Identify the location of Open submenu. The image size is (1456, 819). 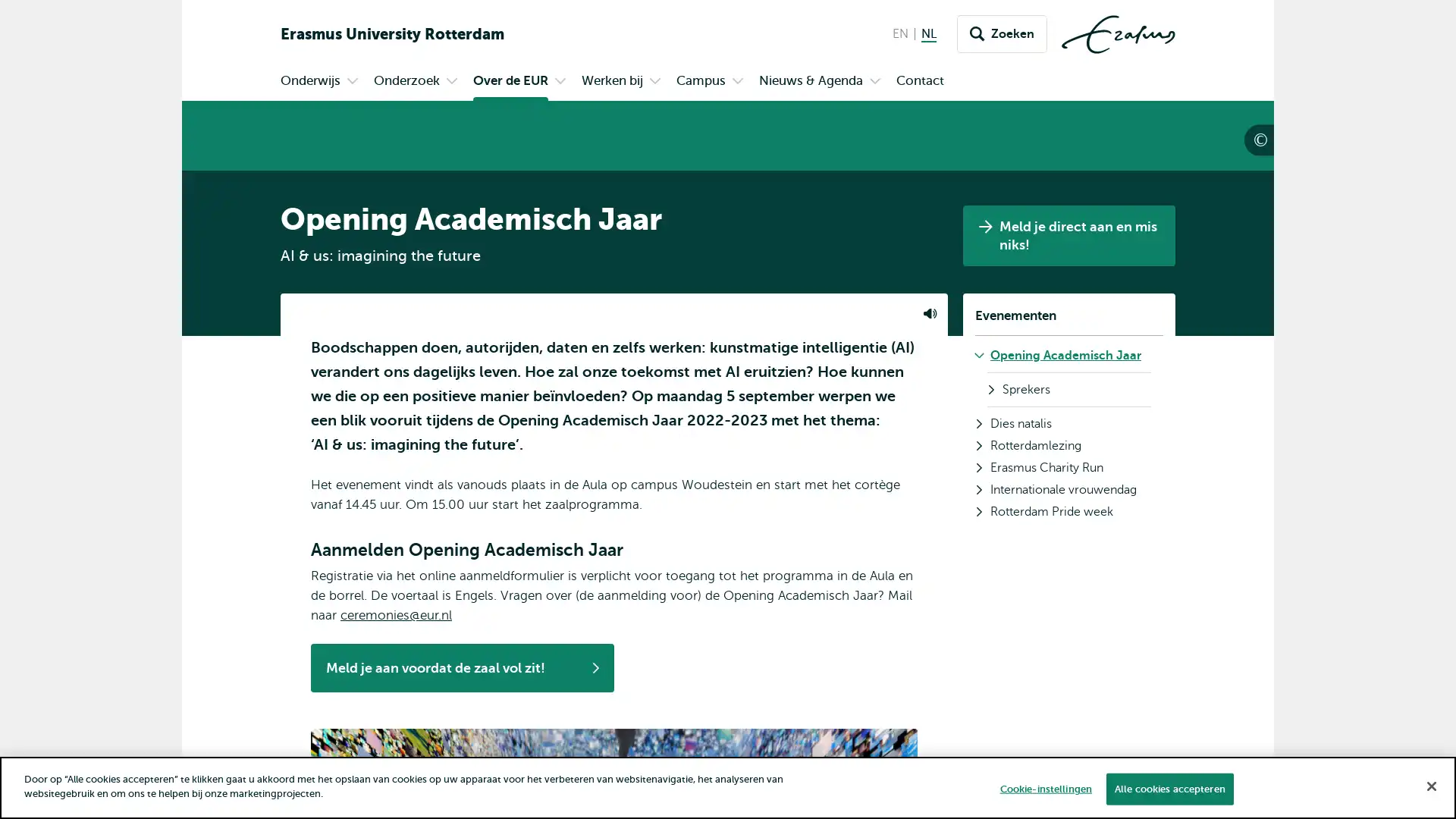
(874, 82).